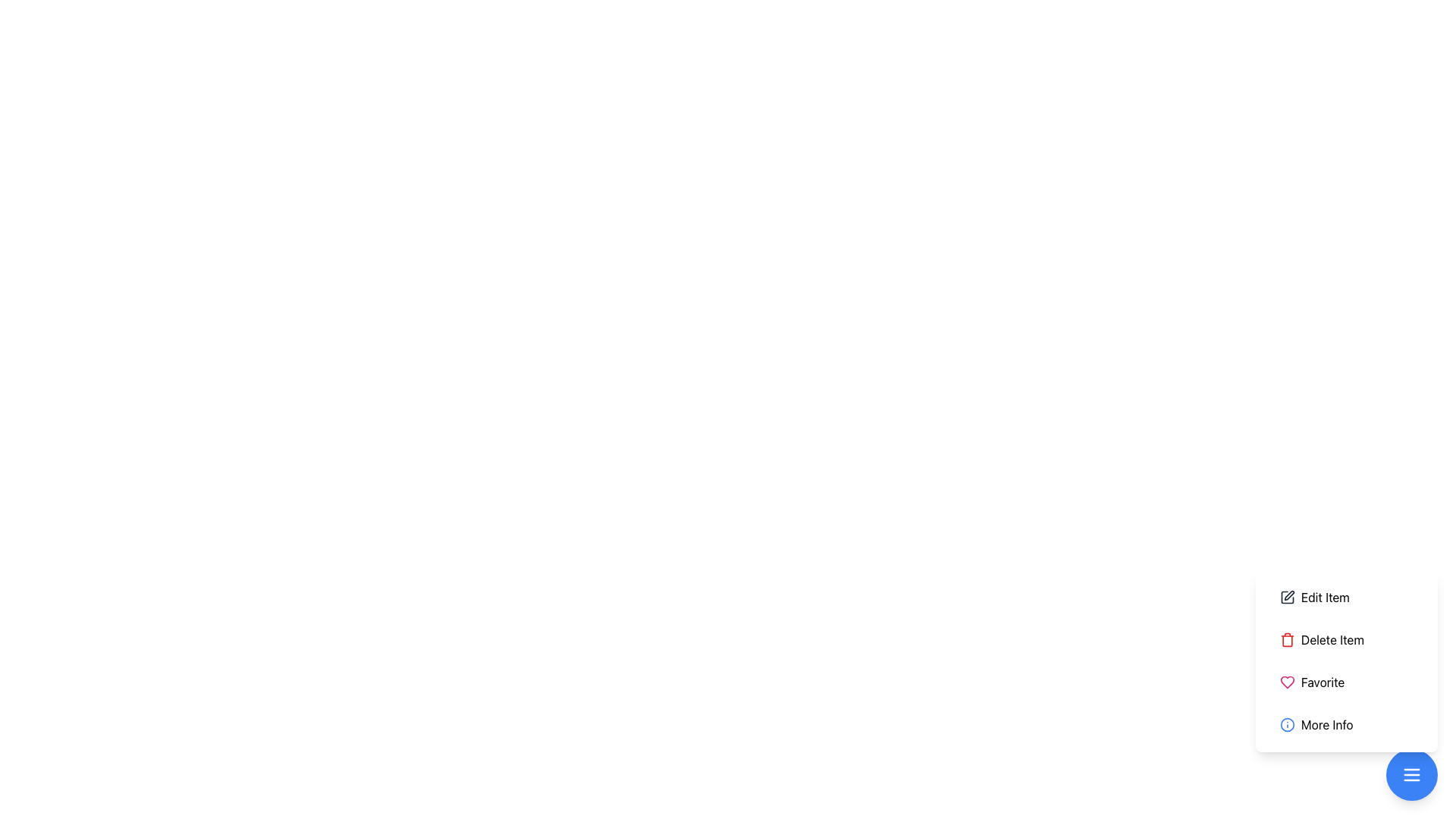  What do you see at coordinates (1347, 681) in the screenshot?
I see `the 'Favorite' button, which is the third button in a vertical list of options` at bounding box center [1347, 681].